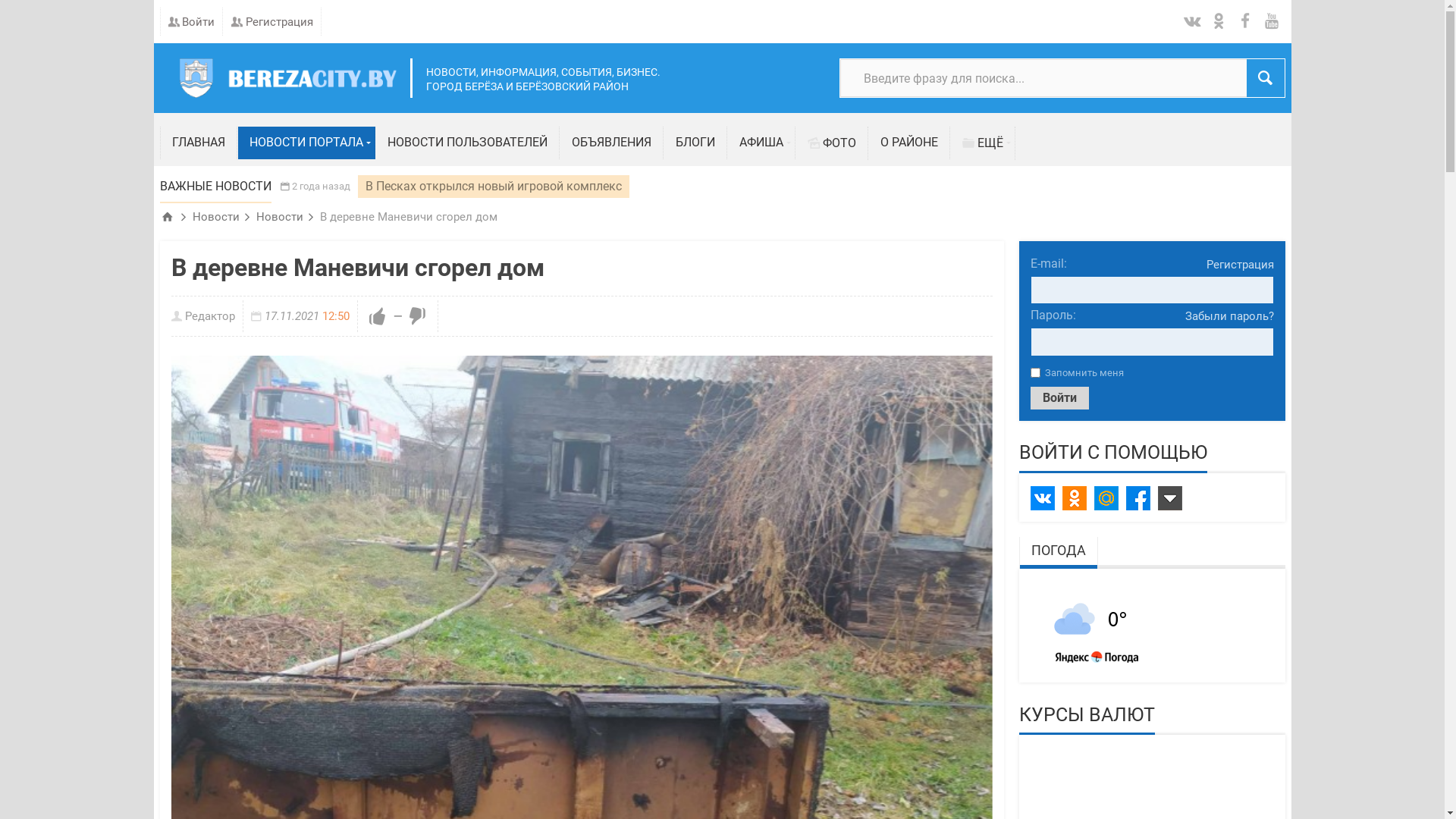 This screenshot has width=1456, height=819. Describe the element at coordinates (1061, 497) in the screenshot. I see `'Odnoklassniki'` at that location.